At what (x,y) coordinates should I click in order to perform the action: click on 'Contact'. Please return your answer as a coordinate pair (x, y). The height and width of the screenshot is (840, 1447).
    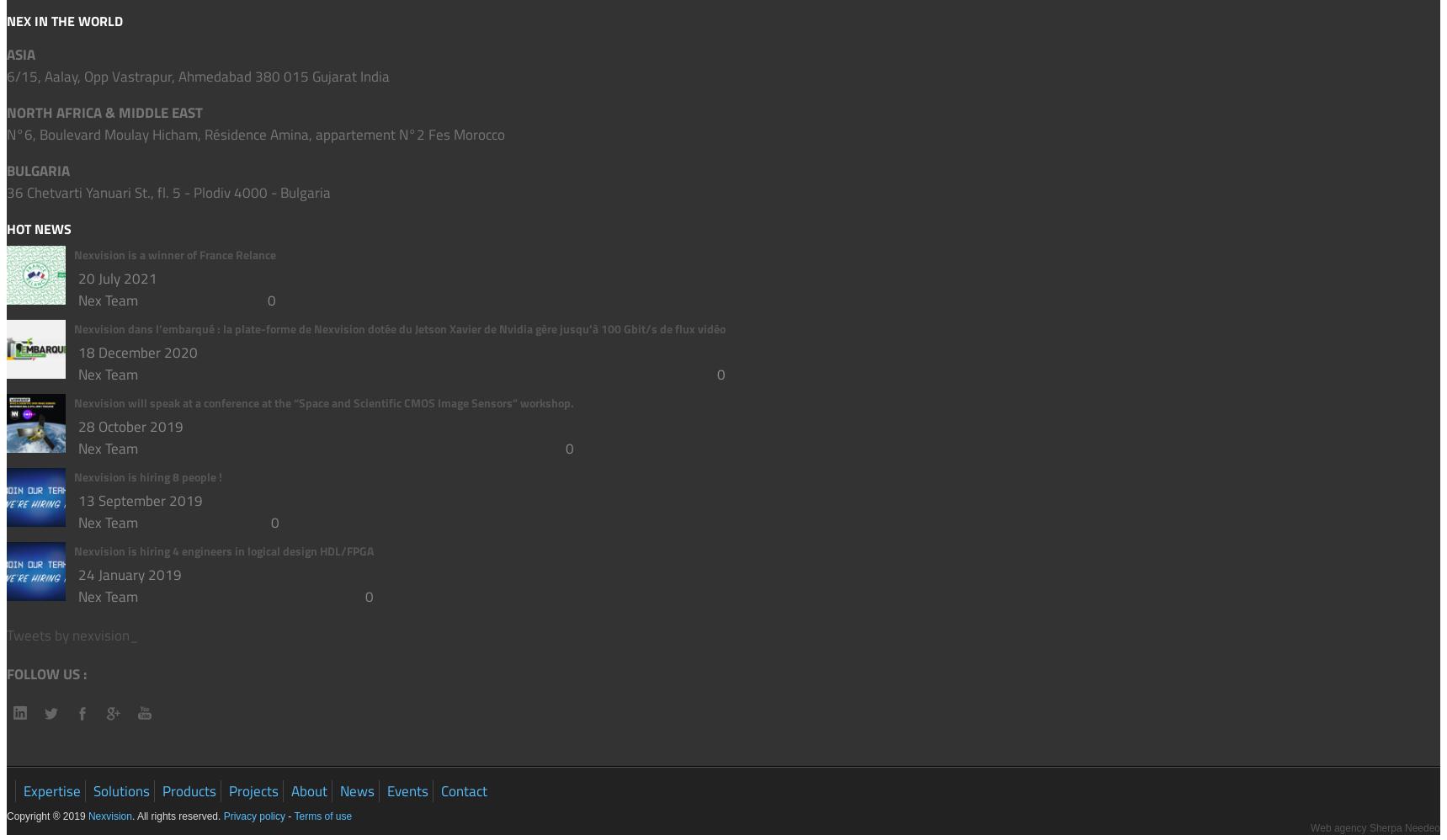
    Looking at the image, I should click on (464, 790).